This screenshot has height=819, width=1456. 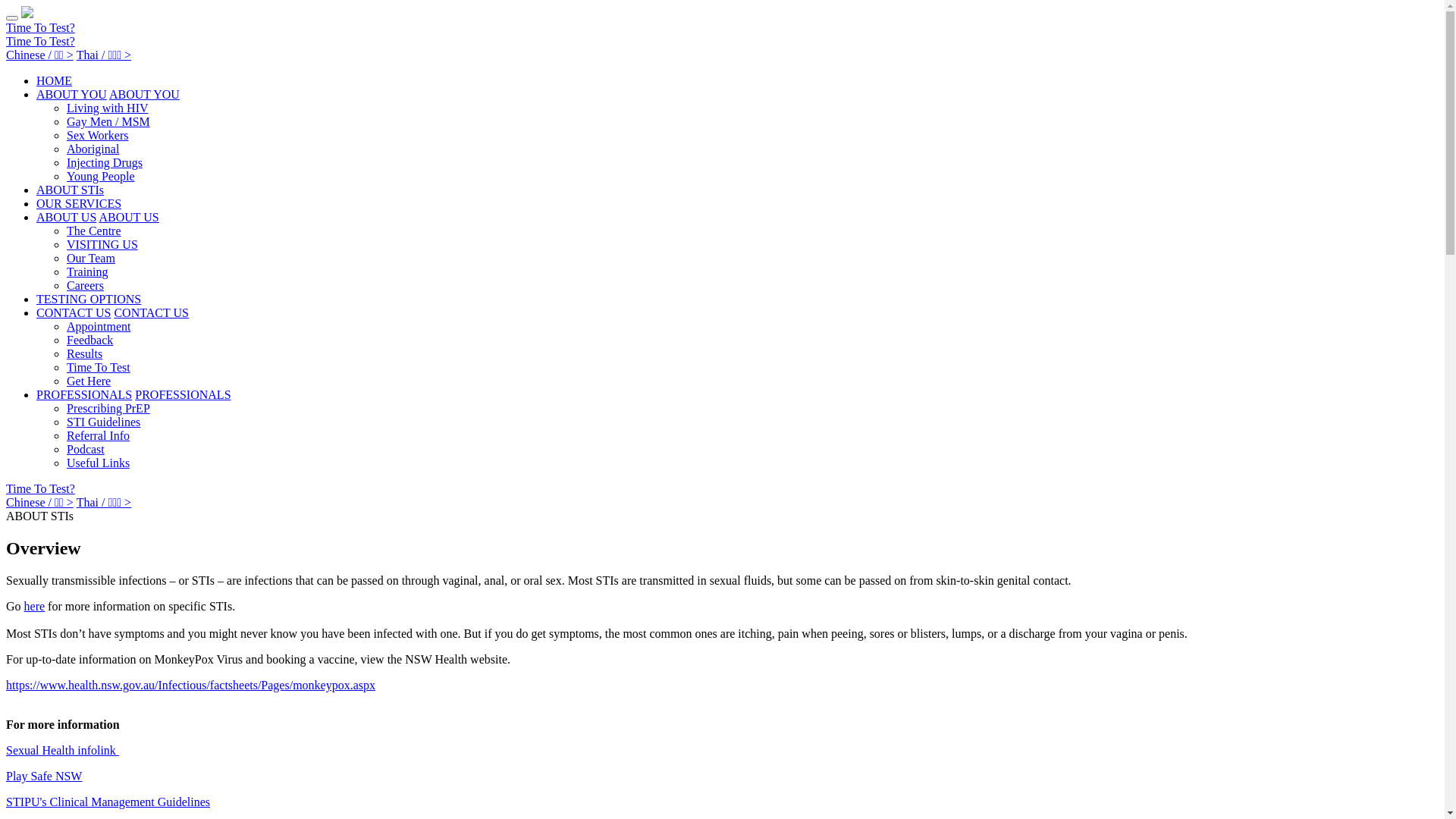 What do you see at coordinates (97, 367) in the screenshot?
I see `'Time To Test'` at bounding box center [97, 367].